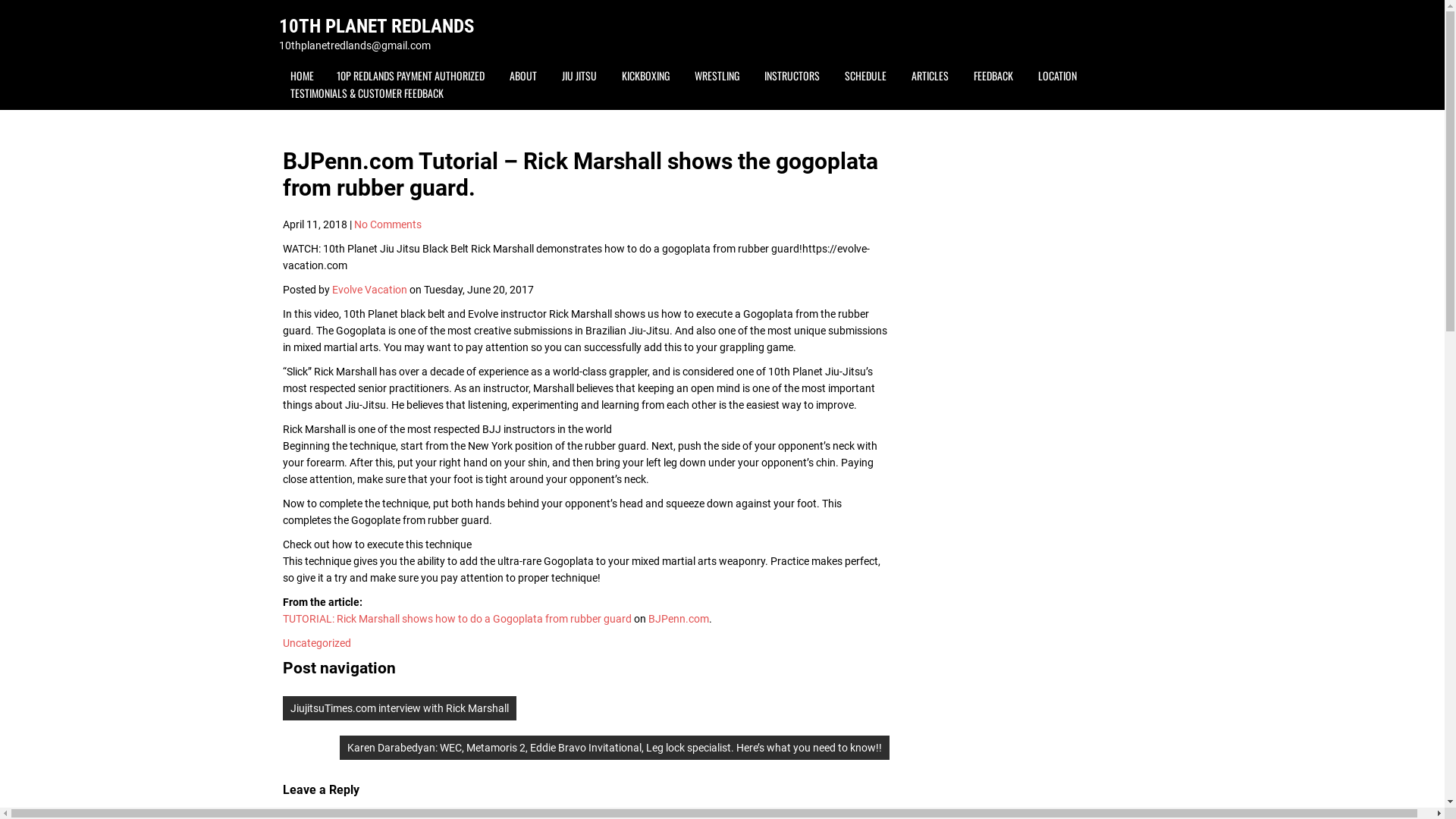 The width and height of the screenshot is (1456, 819). I want to click on 'JIU JITSU', so click(578, 75).